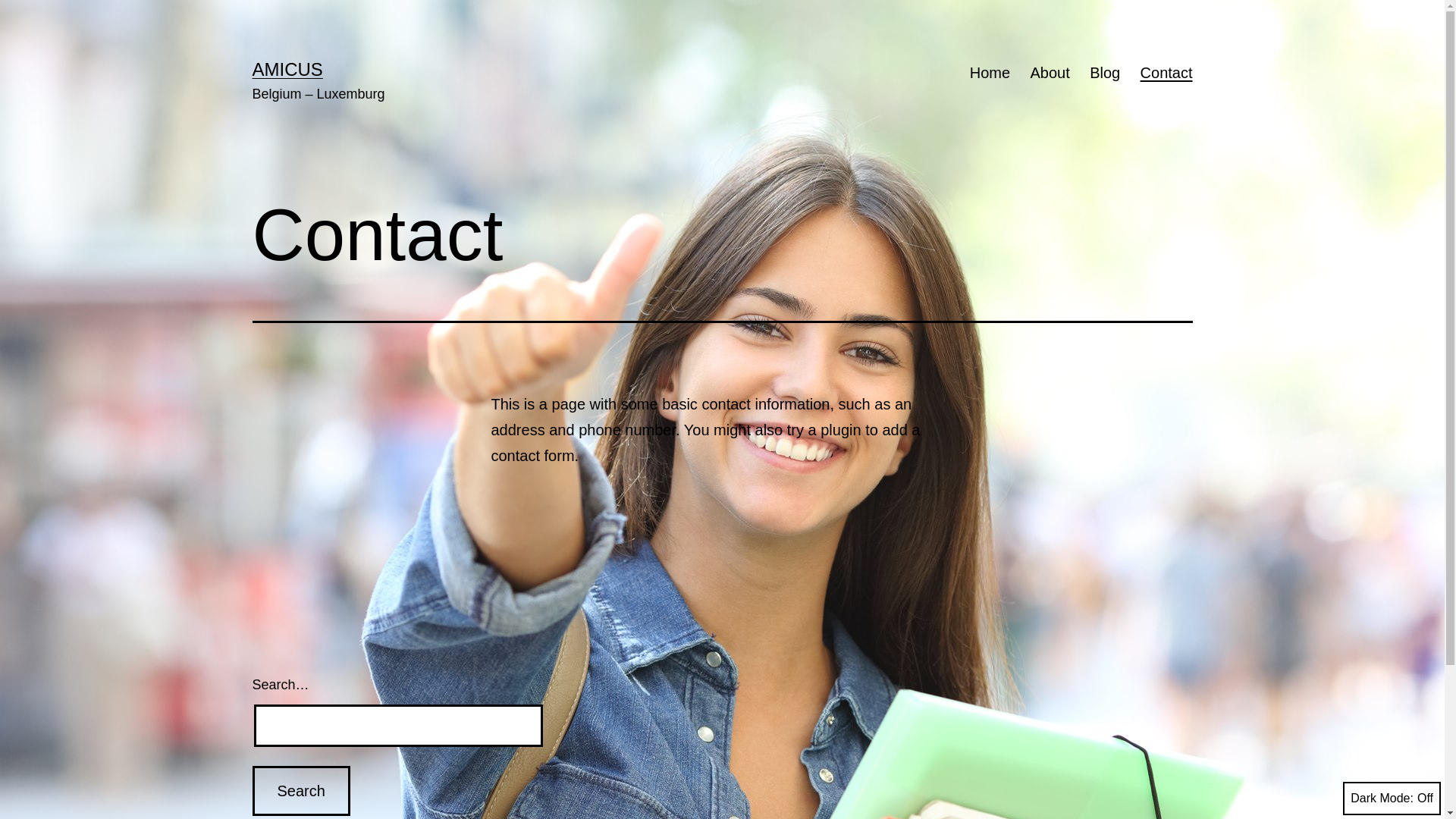  Describe the element at coordinates (1049, 73) in the screenshot. I see `'About'` at that location.